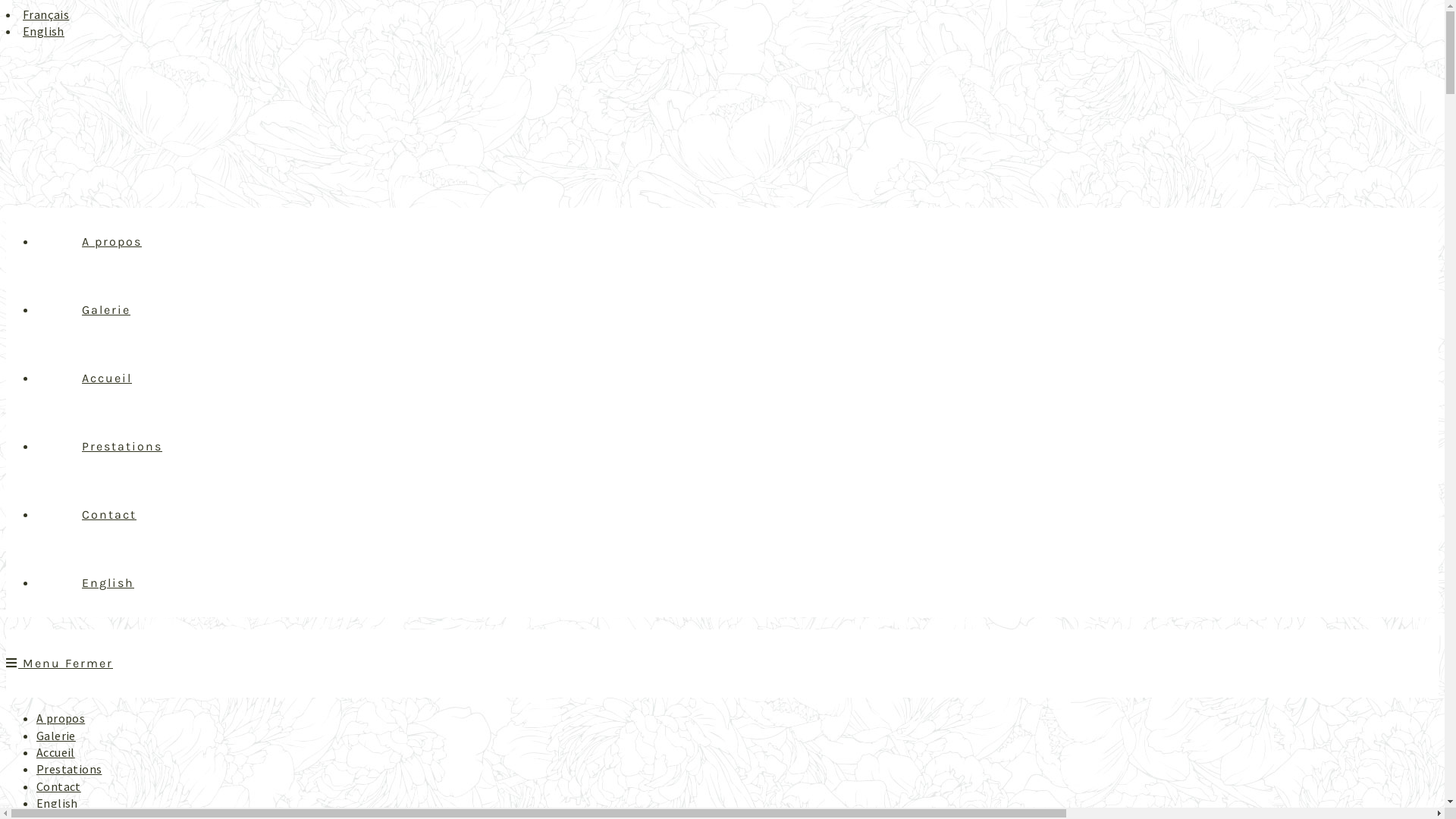 The height and width of the screenshot is (819, 1456). I want to click on 'Galerie', so click(55, 734).